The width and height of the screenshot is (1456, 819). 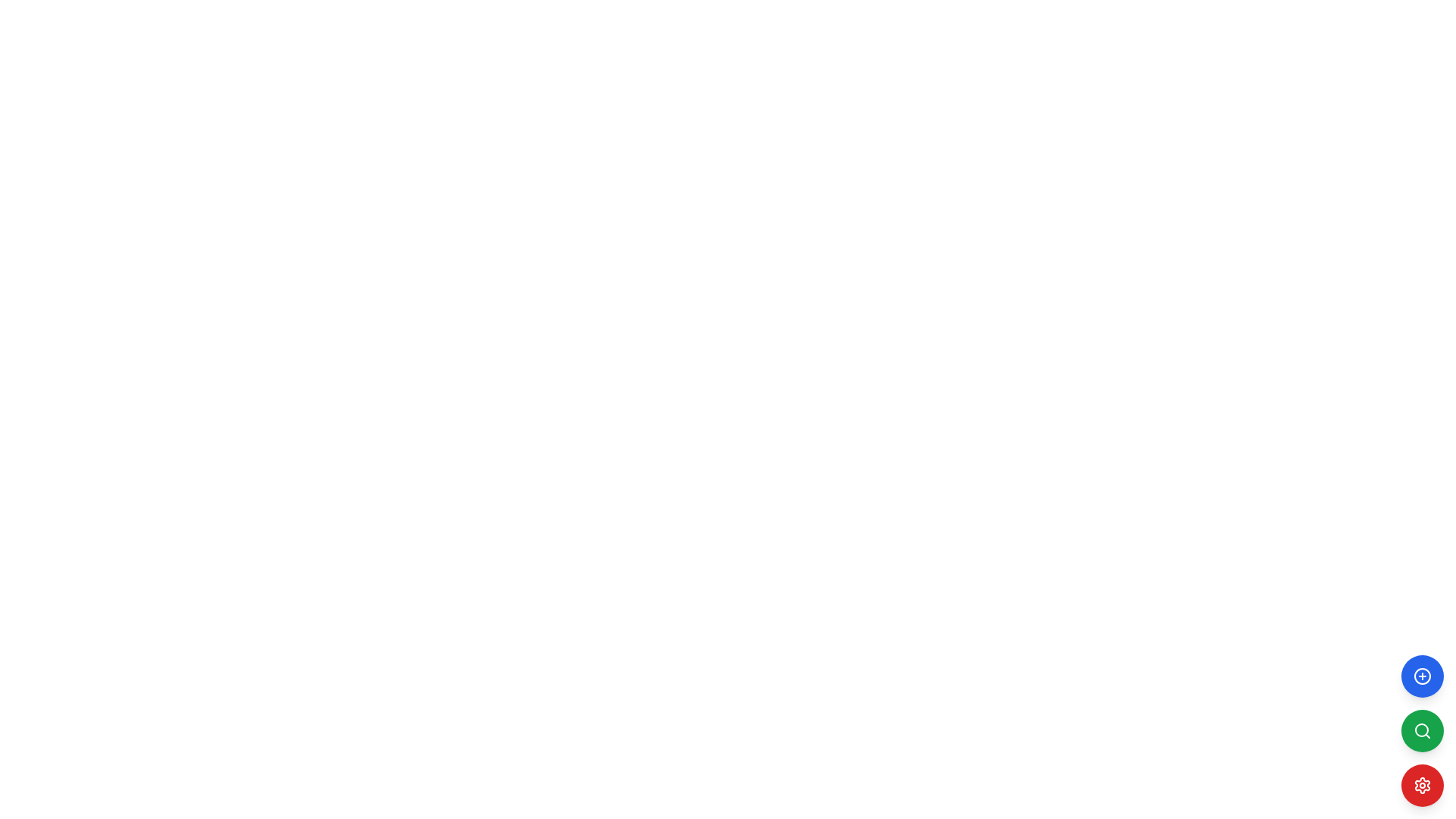 What do you see at coordinates (1422, 675) in the screenshot?
I see `the top-most circular '+' button with a blue background located in the bottom right corner of the interface` at bounding box center [1422, 675].